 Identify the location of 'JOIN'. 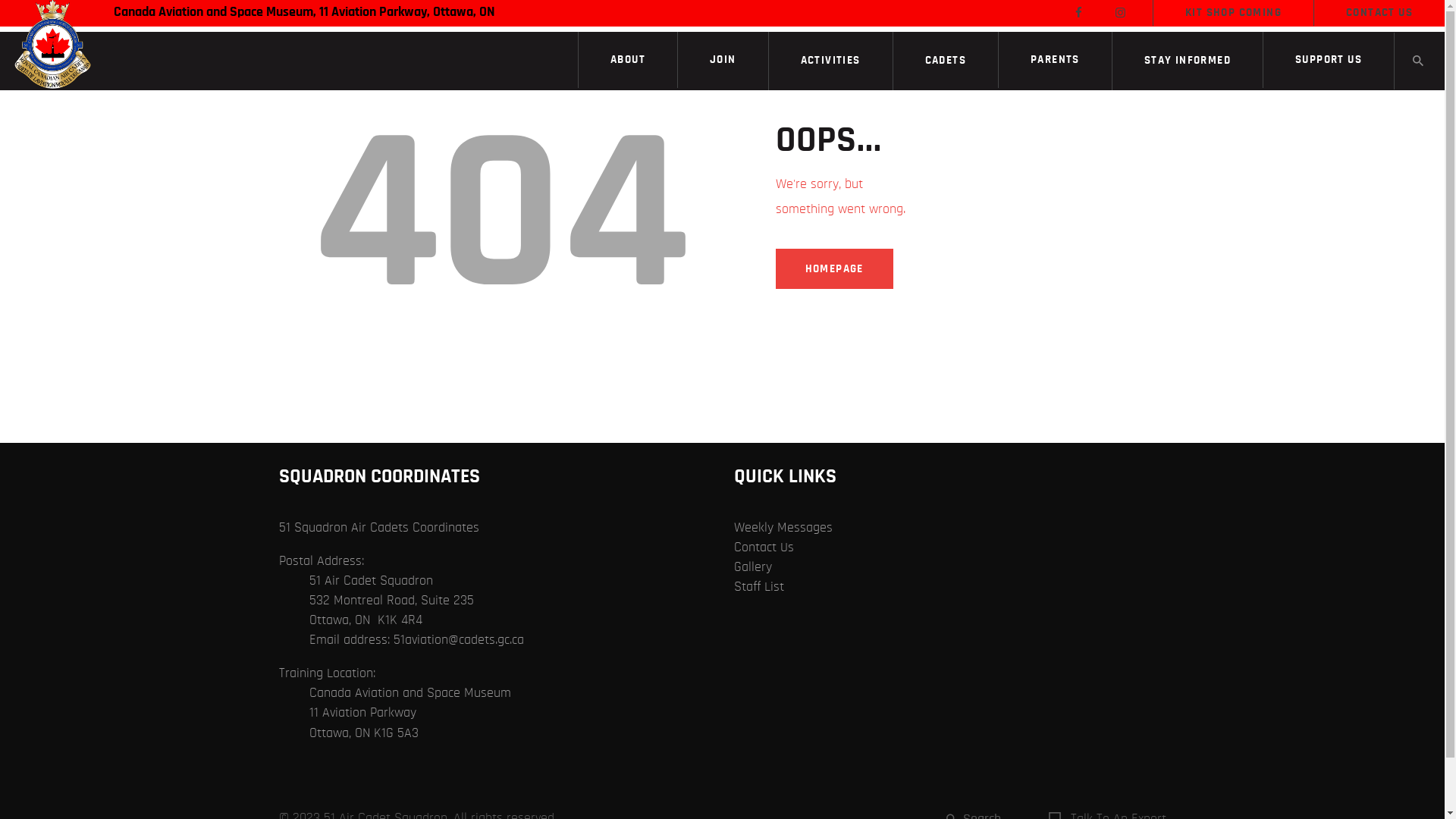
(722, 58).